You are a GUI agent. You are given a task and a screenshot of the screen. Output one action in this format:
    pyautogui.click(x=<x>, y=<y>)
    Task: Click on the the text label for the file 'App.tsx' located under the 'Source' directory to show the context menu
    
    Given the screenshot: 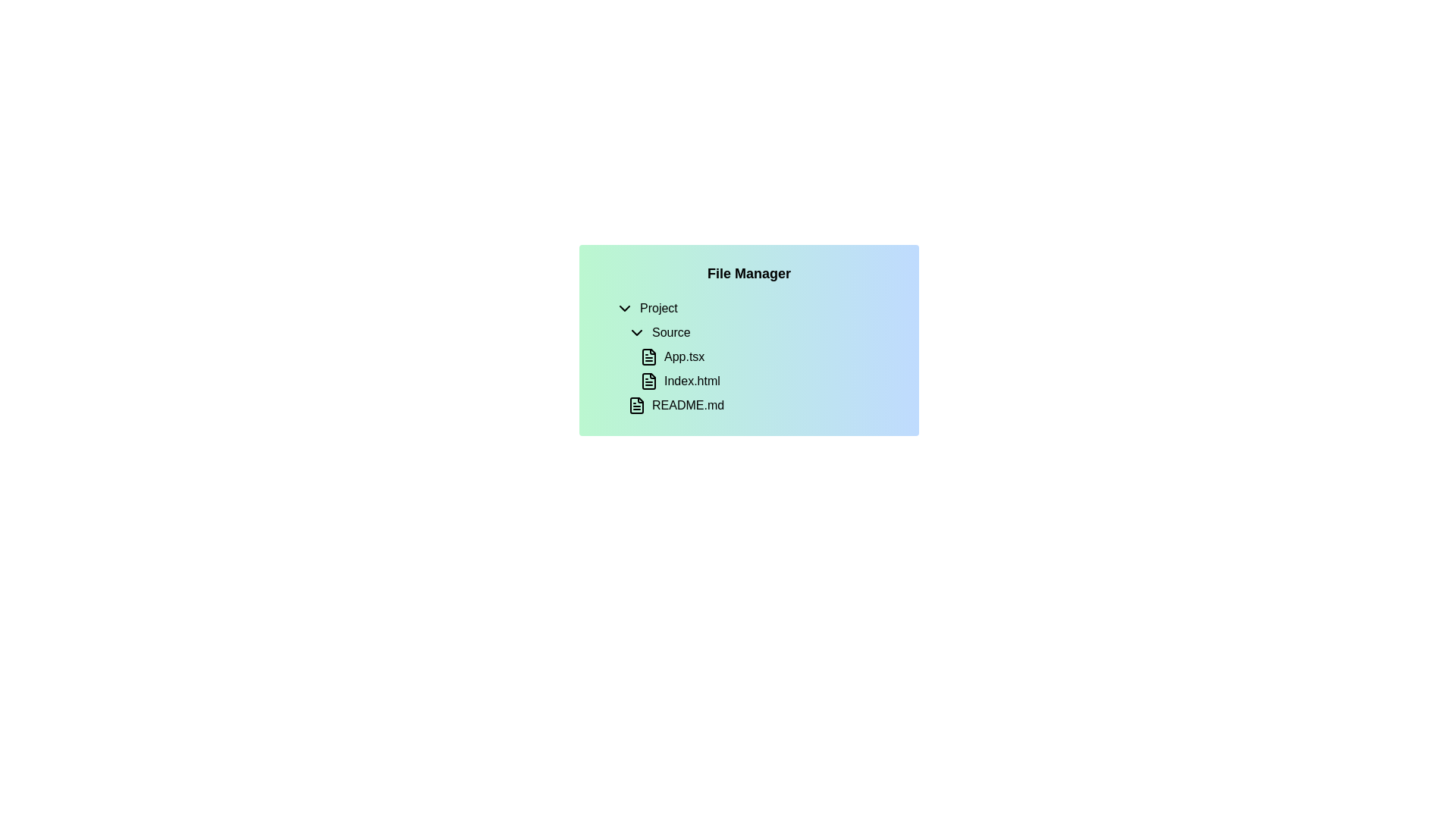 What is the action you would take?
    pyautogui.click(x=683, y=356)
    